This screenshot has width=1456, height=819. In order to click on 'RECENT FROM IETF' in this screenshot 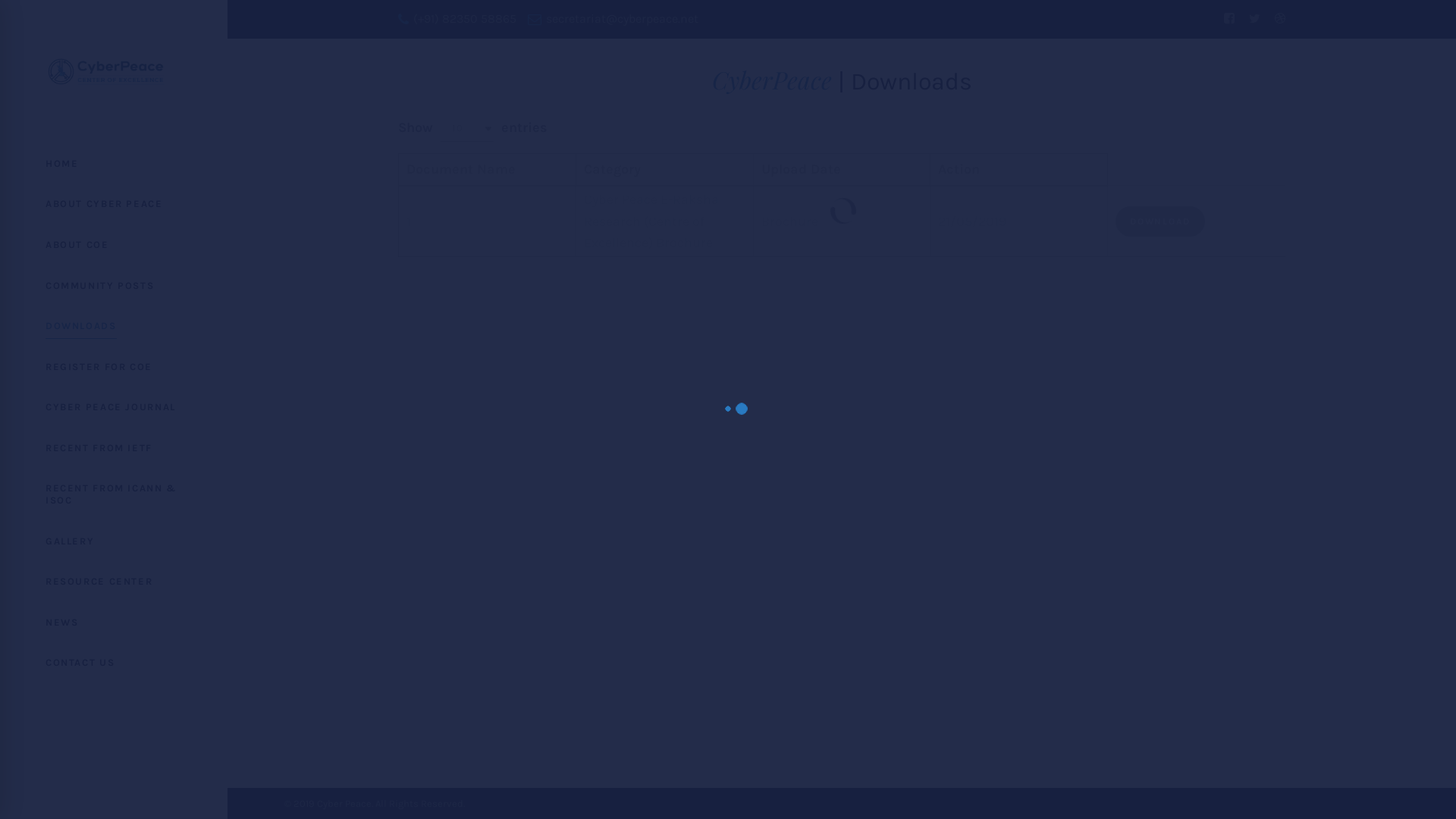, I will do `click(112, 447)`.